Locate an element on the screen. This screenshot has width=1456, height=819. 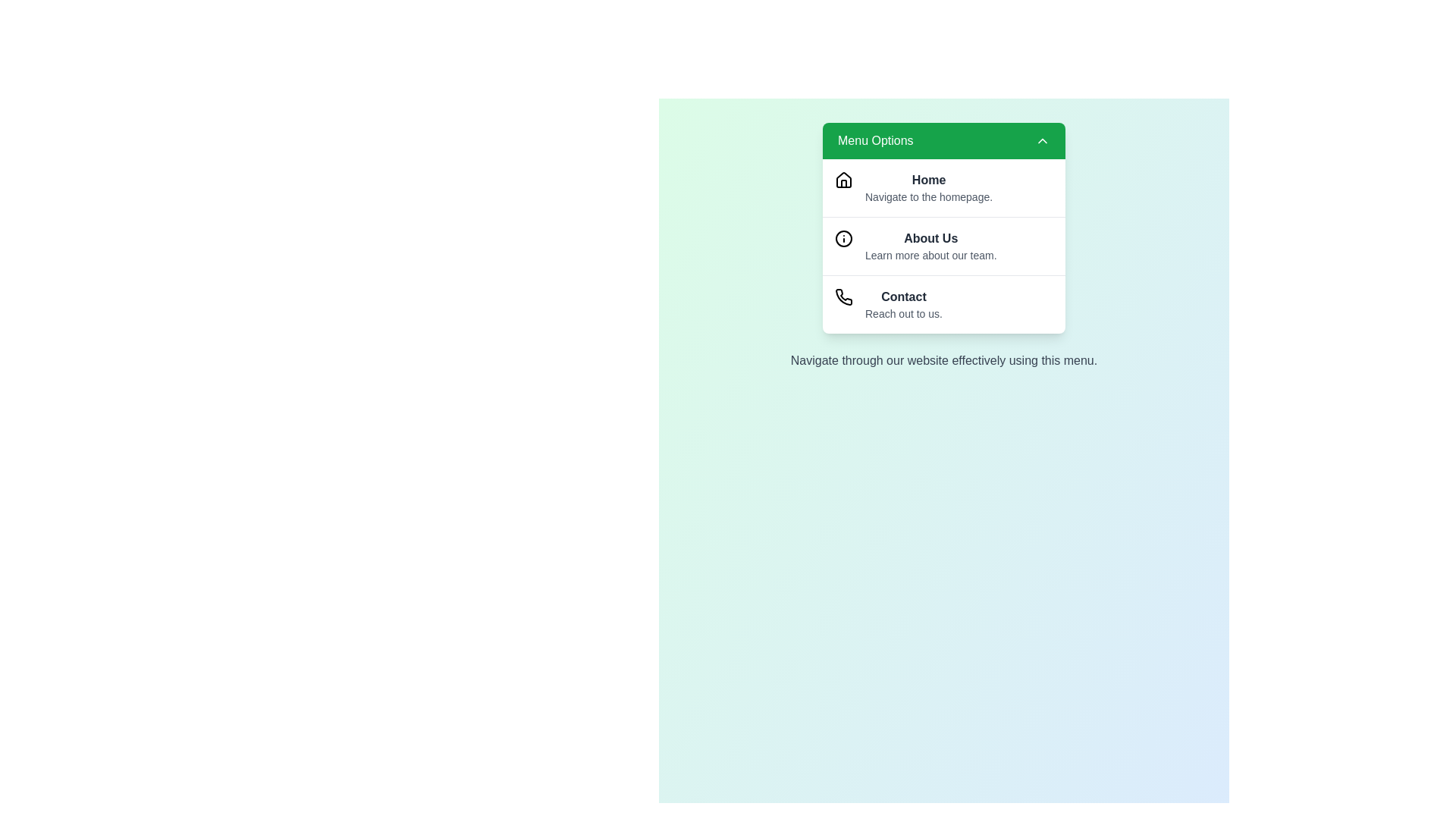
the menu option Contact by clicking on it is located at coordinates (943, 304).